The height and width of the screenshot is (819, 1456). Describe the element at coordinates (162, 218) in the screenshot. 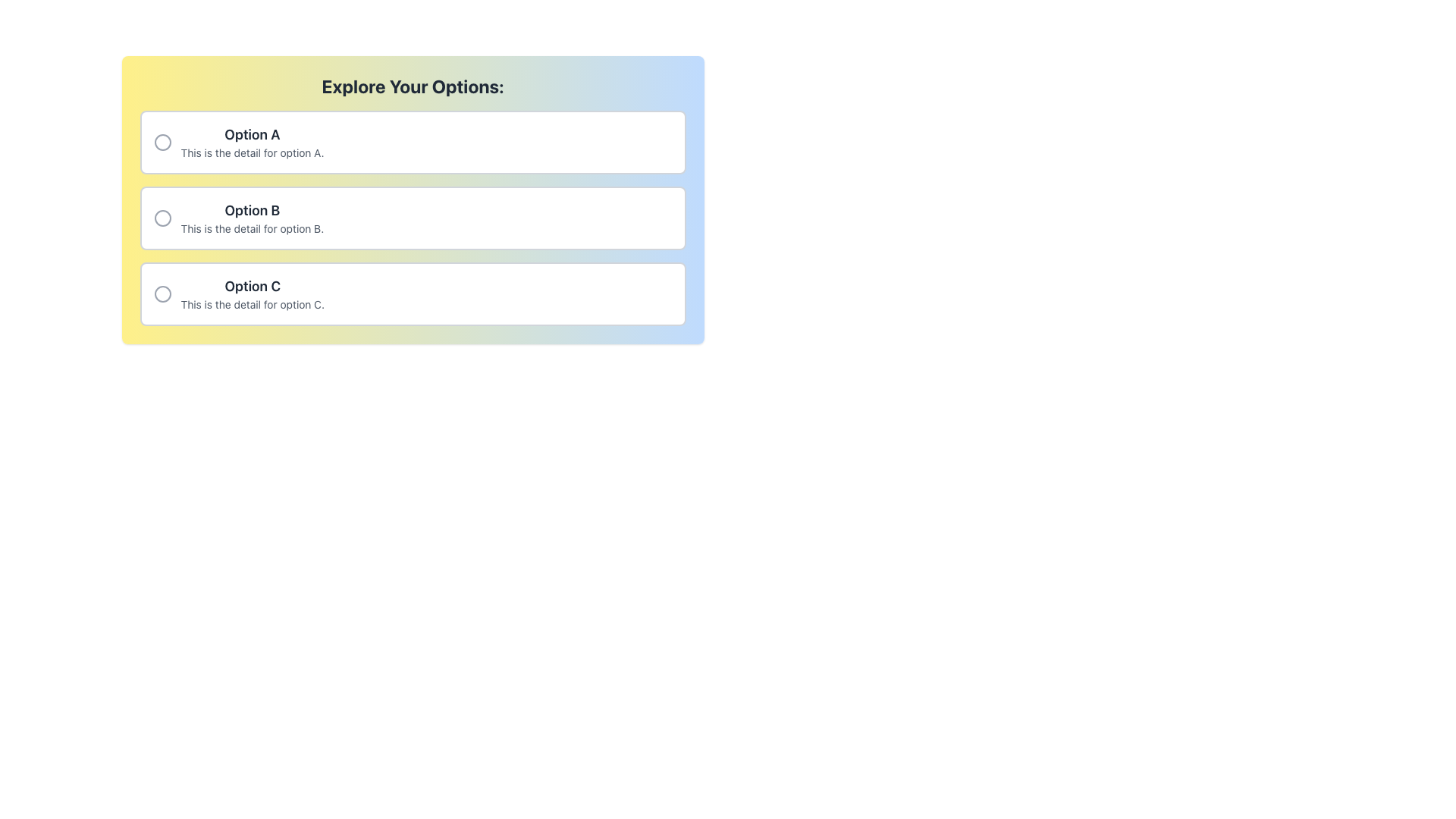

I see `the unselected circle of the radio button associated with 'Option B'` at that location.